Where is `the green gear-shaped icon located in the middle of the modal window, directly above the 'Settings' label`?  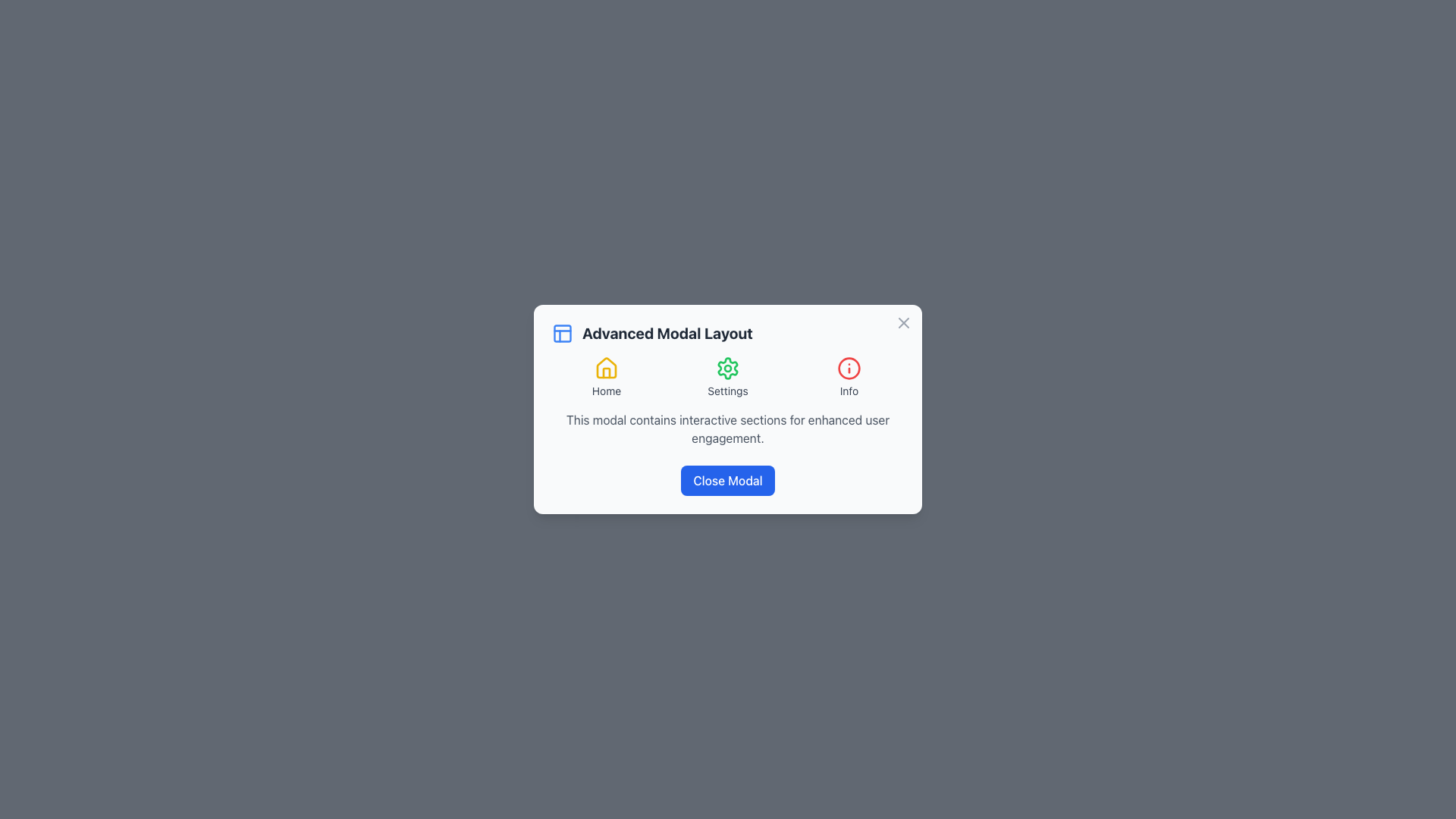
the green gear-shaped icon located in the middle of the modal window, directly above the 'Settings' label is located at coordinates (728, 369).